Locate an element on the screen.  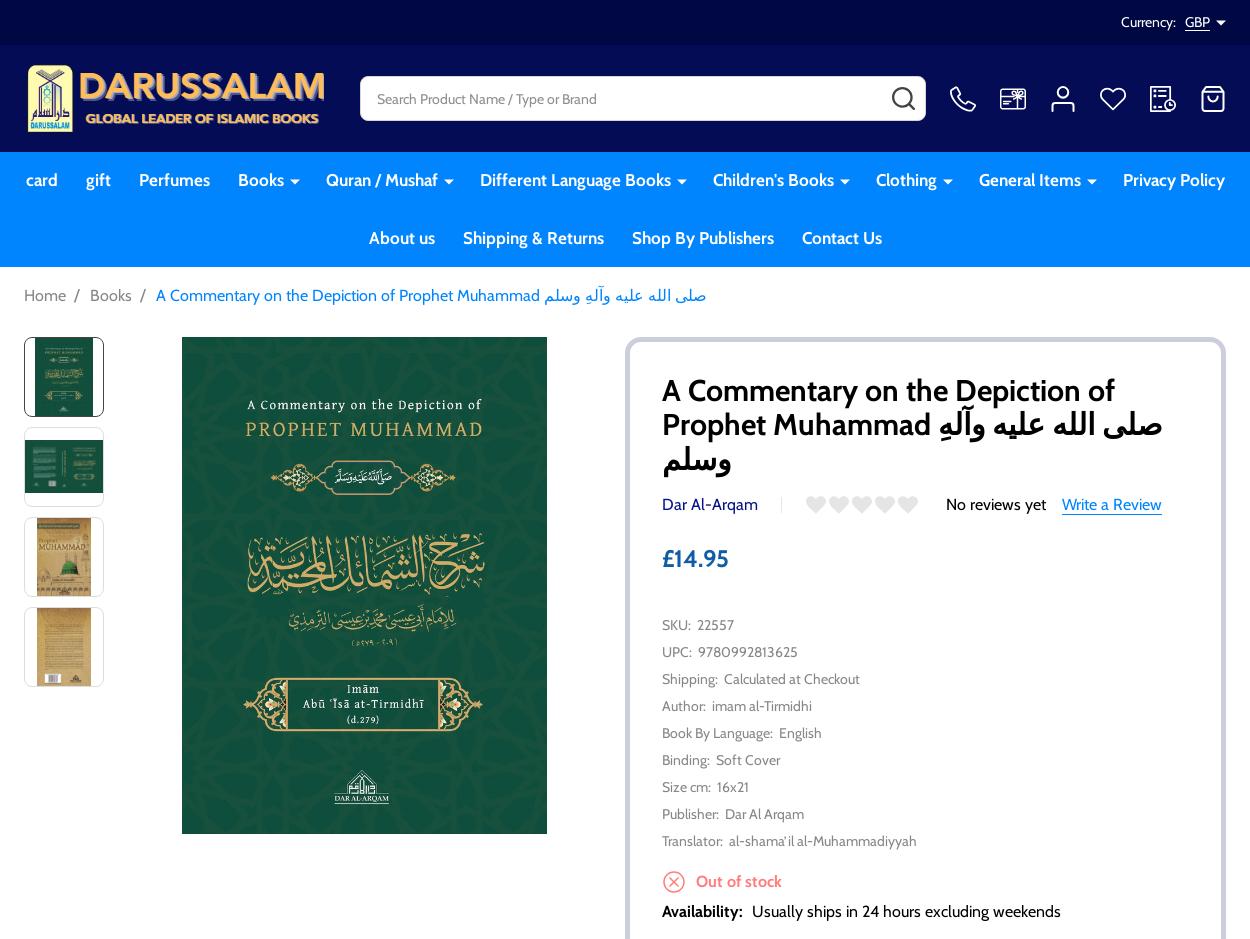
'A Commentary on the Depiction of Prophet Muhammad صلی الله علیه وآلهِ وسلم' is located at coordinates (431, 295).